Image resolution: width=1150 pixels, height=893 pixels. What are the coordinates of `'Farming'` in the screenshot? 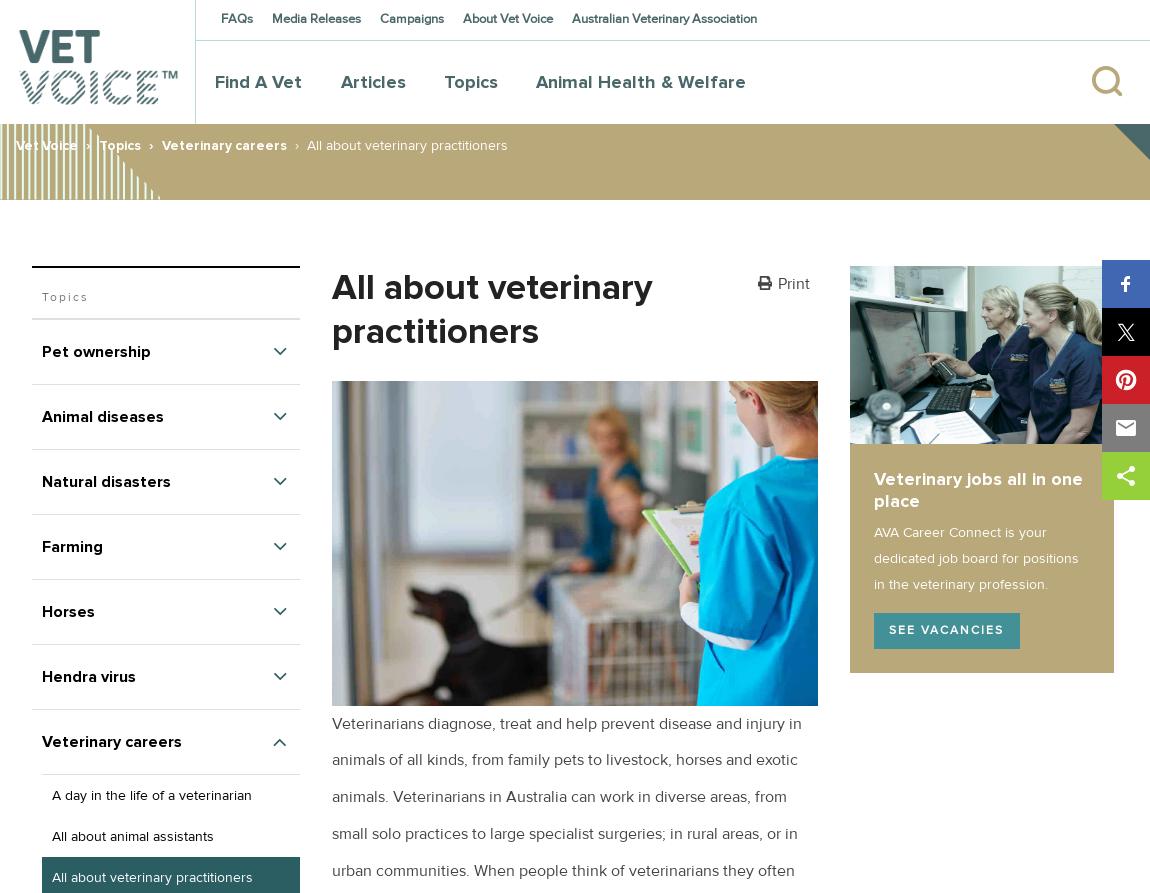 It's located at (71, 545).